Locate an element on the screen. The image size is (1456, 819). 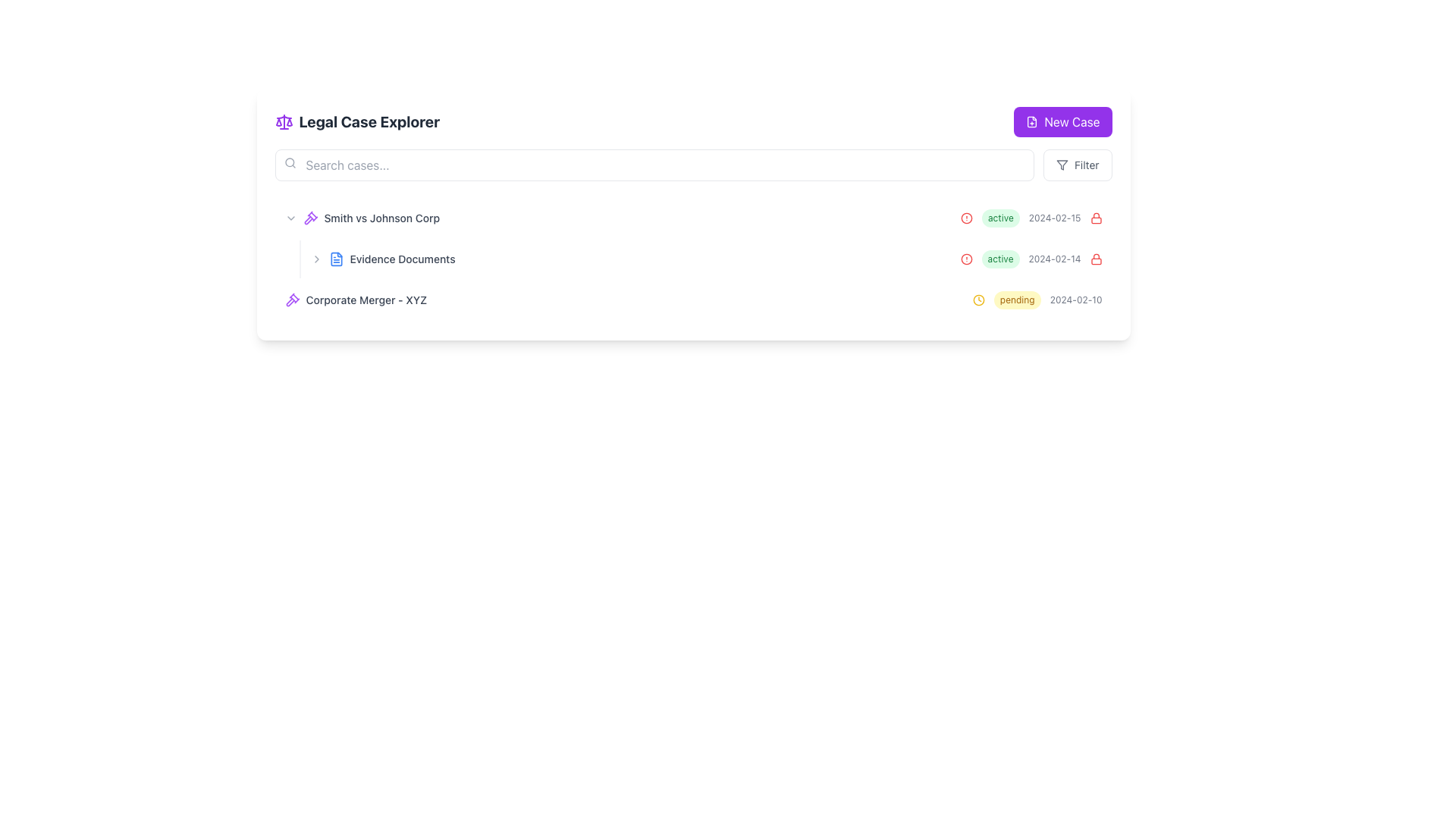
the SVG circle that serves as a visual alert indicator, located near the green 'active' indicator and lock icon in the list or table row with case details is located at coordinates (965, 218).